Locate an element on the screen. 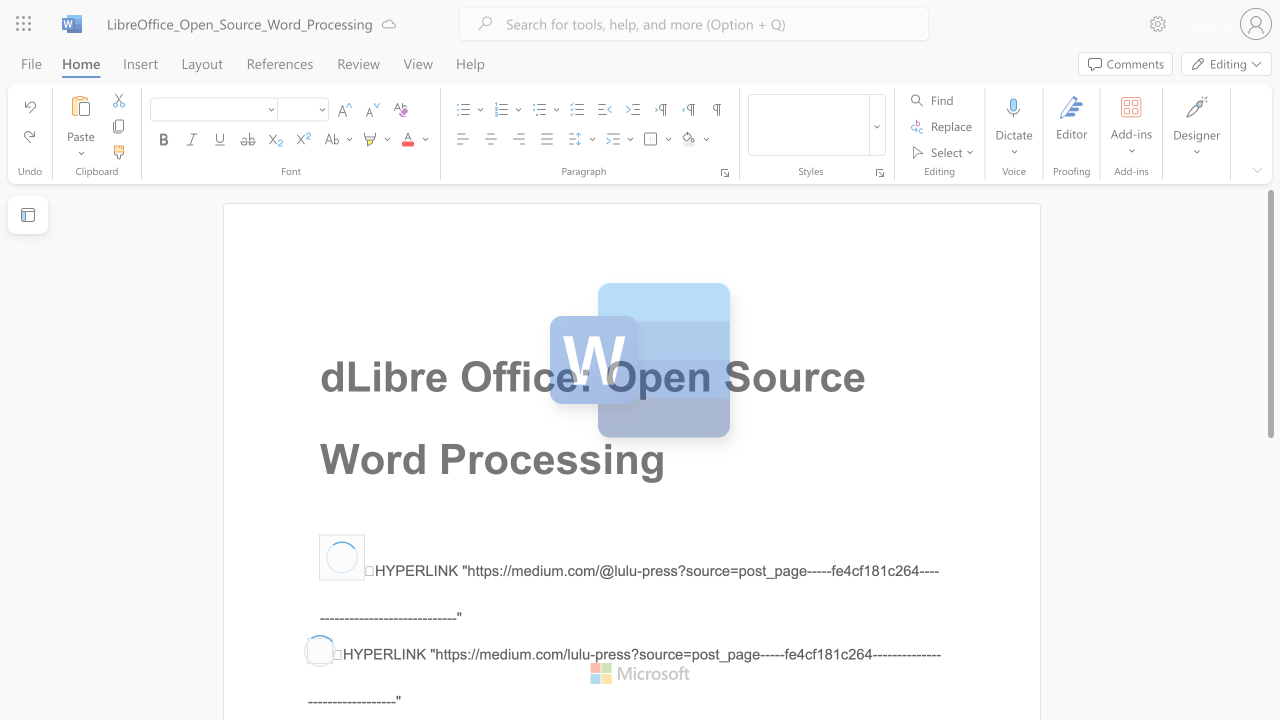 This screenshot has height=720, width=1280. the scrollbar to move the content lower is located at coordinates (1269, 678).